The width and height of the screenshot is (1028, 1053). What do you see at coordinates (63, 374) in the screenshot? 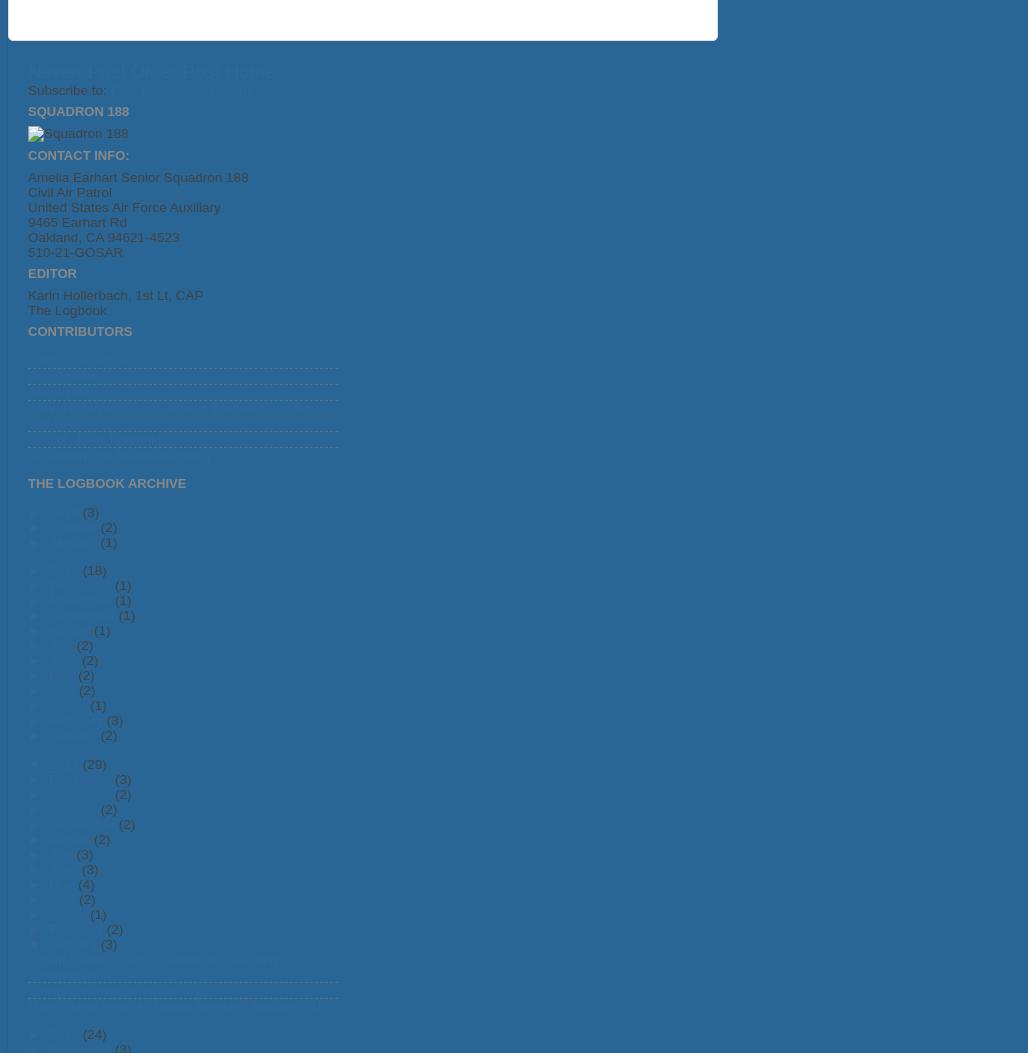
I see `'Eric Choate'` at bounding box center [63, 374].